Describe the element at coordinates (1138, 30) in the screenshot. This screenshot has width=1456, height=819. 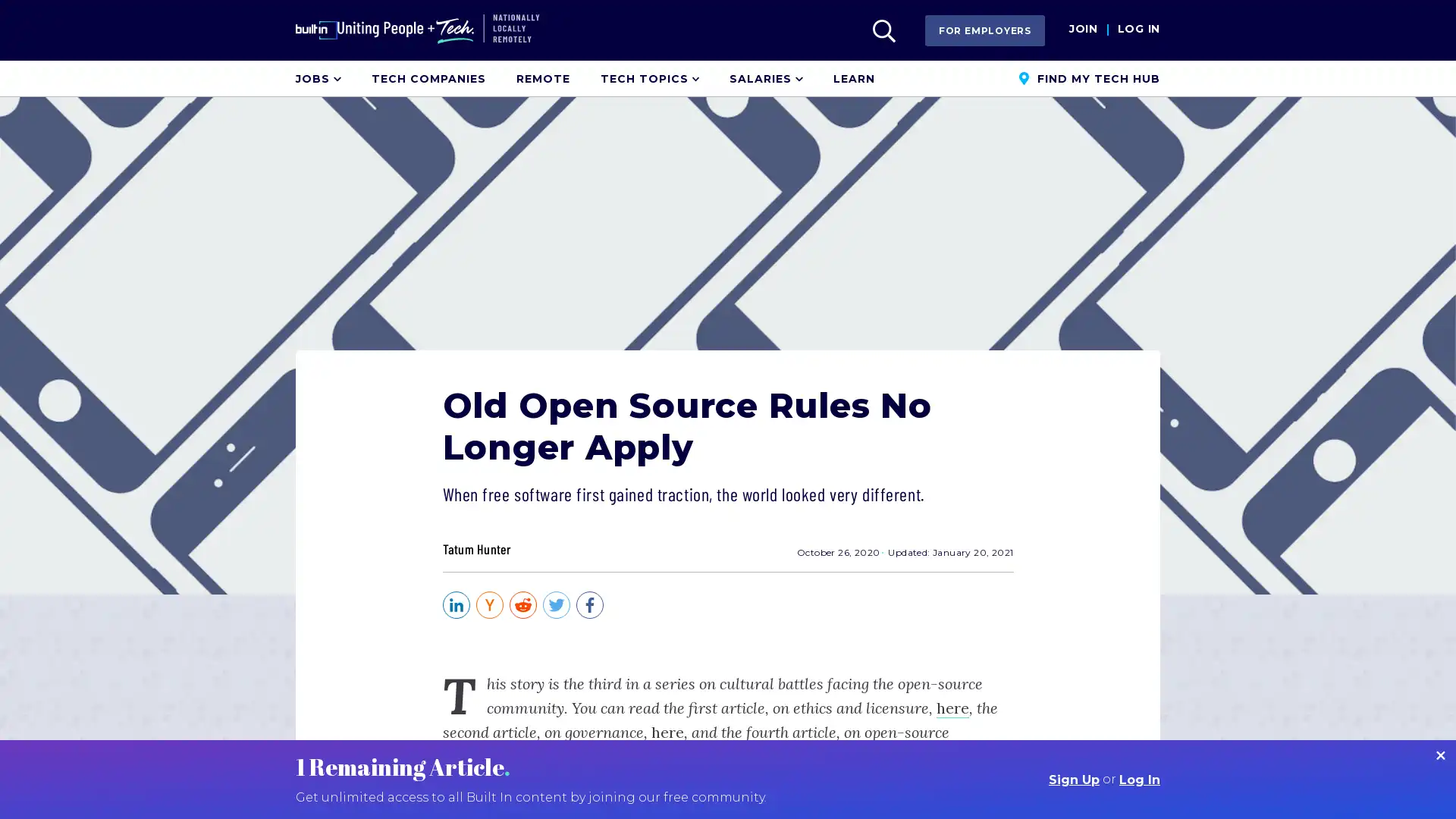
I see `LOG IN` at that location.